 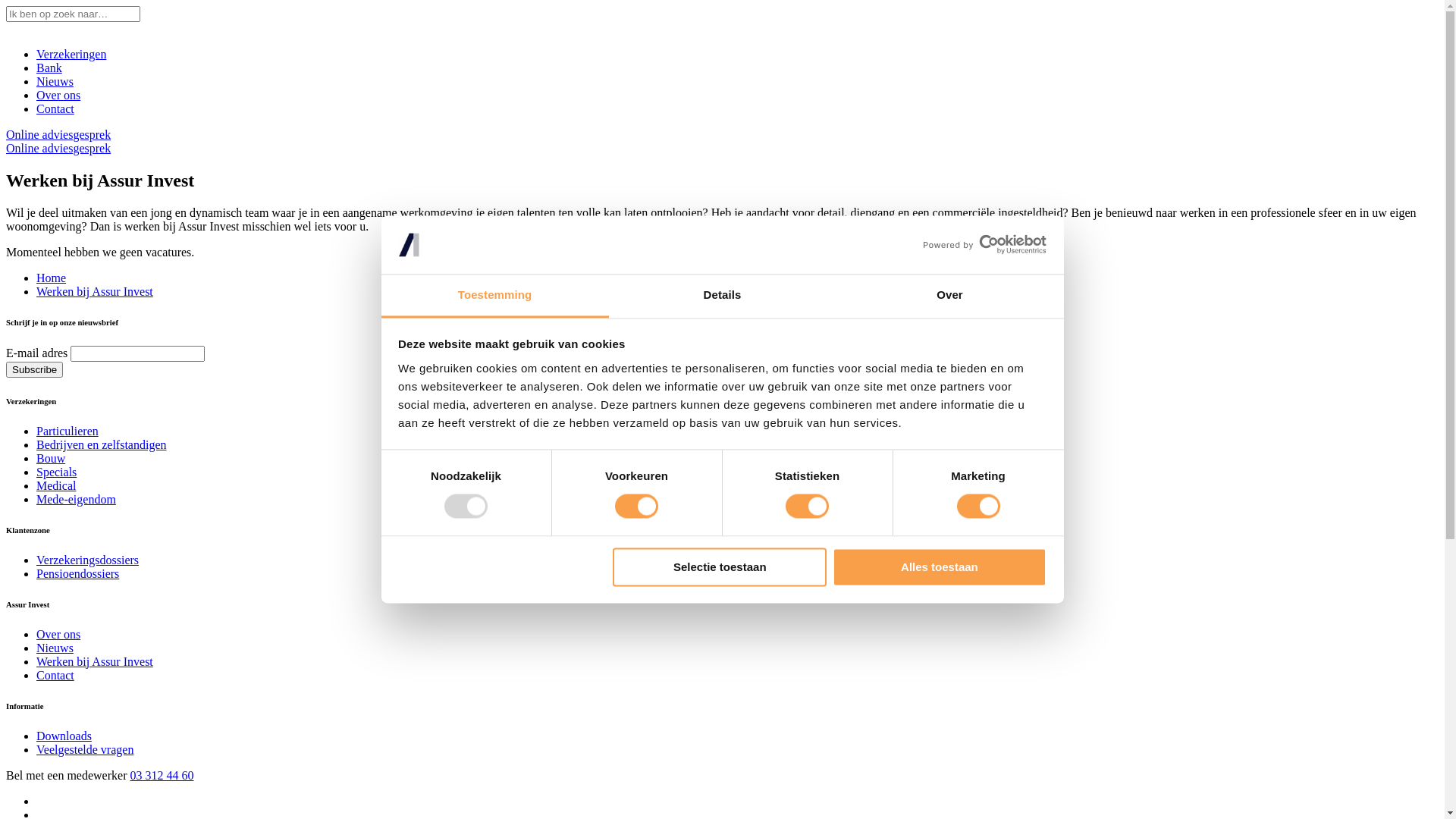 I want to click on 'Pensioendossiers', so click(x=36, y=573).